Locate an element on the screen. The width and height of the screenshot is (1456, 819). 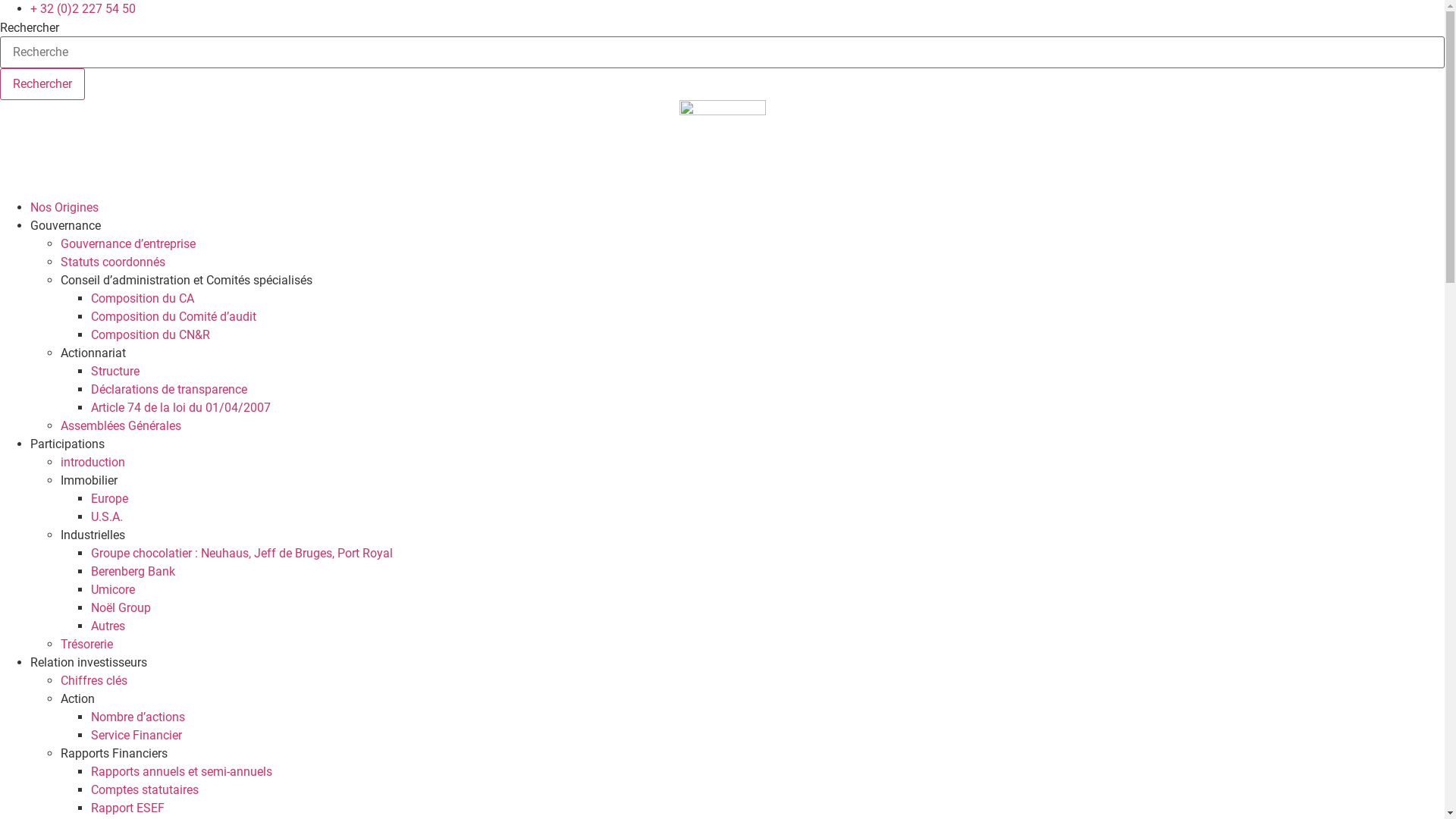
'Comptes statutaires' is located at coordinates (145, 789).